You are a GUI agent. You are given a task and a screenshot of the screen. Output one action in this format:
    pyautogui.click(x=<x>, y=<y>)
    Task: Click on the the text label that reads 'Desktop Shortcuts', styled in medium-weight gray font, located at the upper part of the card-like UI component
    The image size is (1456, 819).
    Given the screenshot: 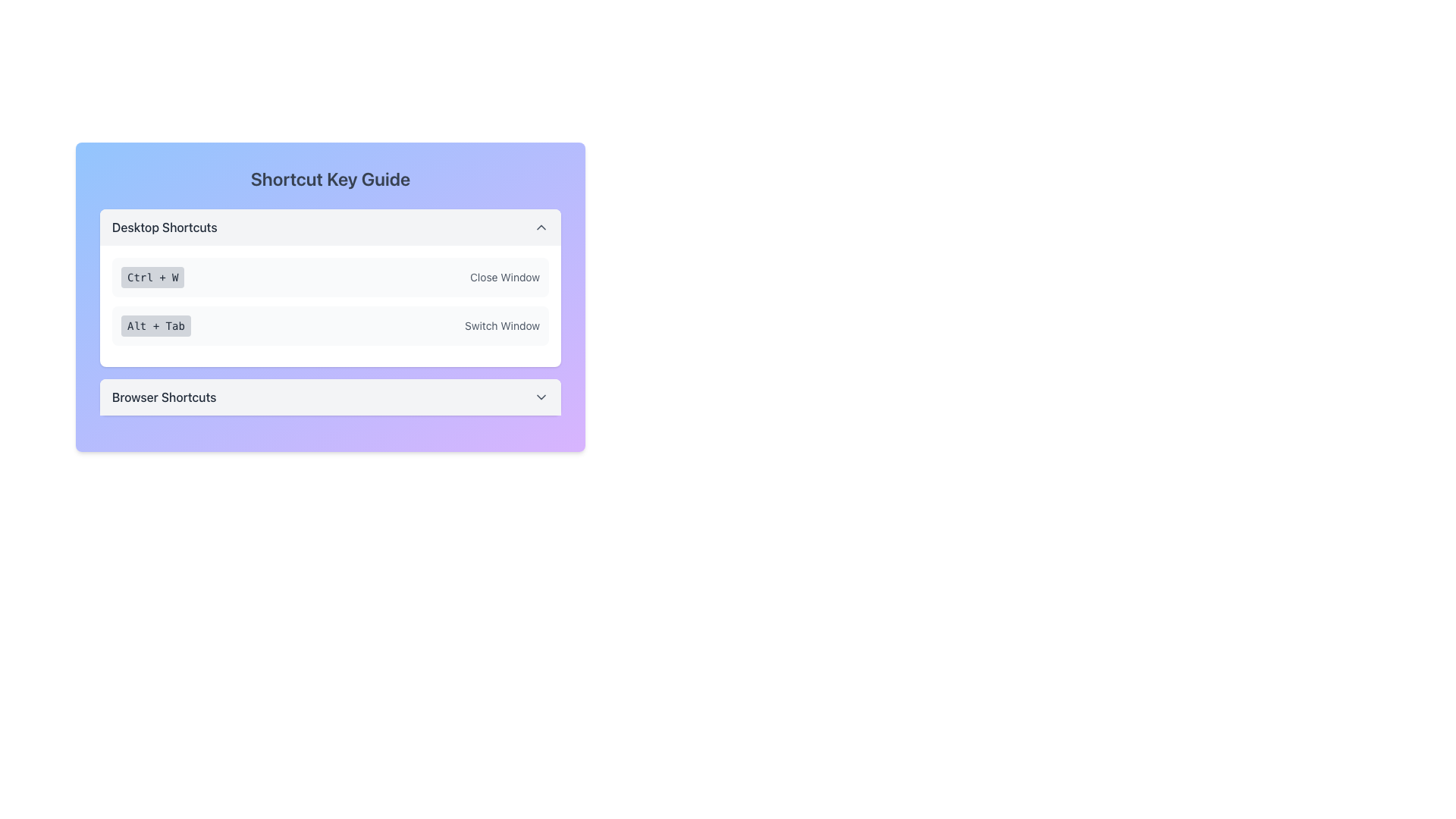 What is the action you would take?
    pyautogui.click(x=165, y=227)
    